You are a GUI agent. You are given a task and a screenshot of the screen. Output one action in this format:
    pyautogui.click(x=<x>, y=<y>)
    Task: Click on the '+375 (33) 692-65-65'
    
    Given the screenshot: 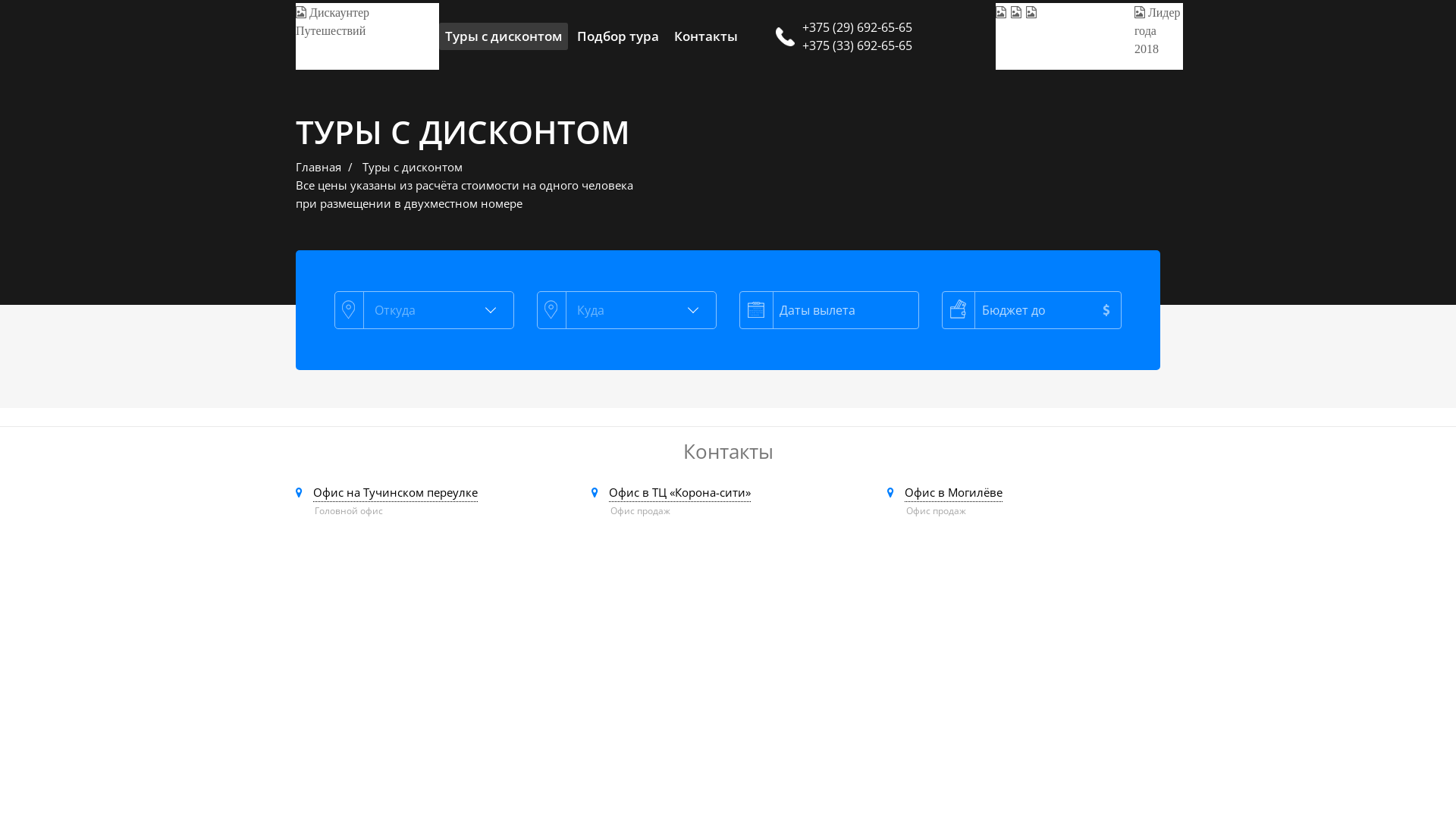 What is the action you would take?
    pyautogui.click(x=893, y=45)
    